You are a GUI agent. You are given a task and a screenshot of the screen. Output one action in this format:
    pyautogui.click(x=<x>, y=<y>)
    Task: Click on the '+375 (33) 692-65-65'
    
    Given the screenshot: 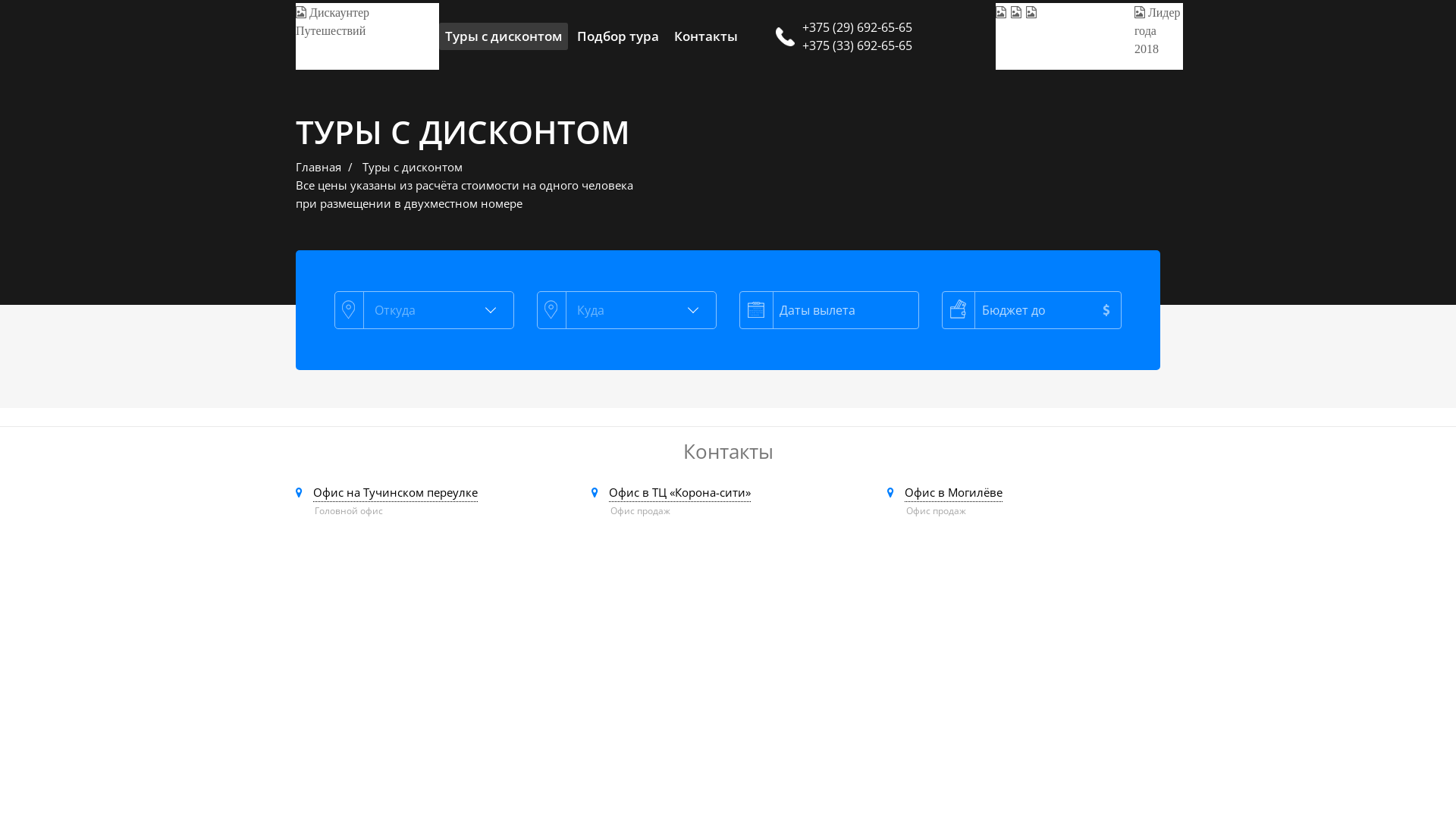 What is the action you would take?
    pyautogui.click(x=893, y=45)
    